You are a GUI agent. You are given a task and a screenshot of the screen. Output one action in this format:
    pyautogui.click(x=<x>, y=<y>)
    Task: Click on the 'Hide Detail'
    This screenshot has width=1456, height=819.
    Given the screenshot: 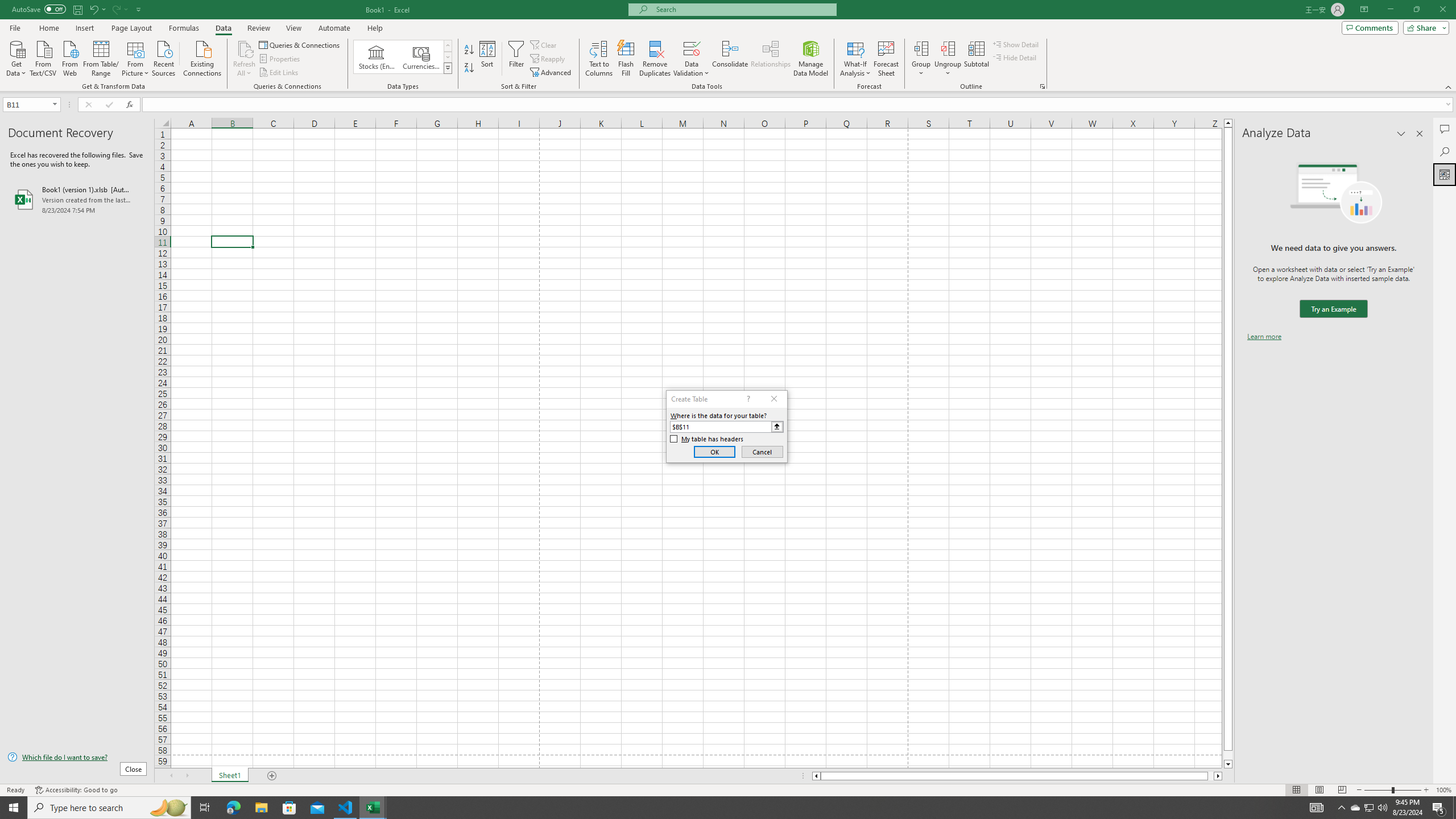 What is the action you would take?
    pyautogui.click(x=1015, y=56)
    